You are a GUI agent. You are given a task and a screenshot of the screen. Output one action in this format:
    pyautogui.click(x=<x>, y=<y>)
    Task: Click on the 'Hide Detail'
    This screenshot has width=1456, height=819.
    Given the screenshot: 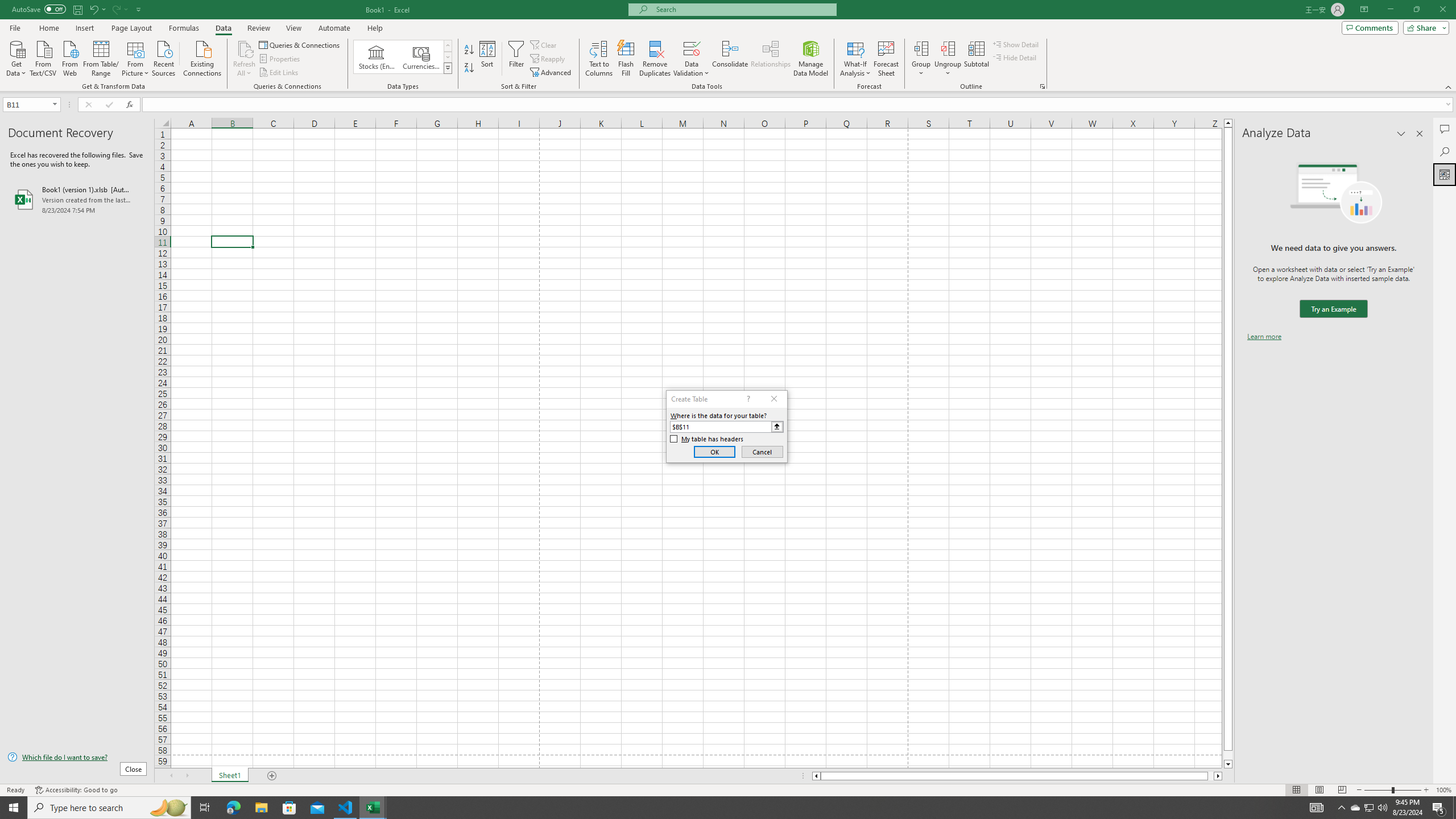 What is the action you would take?
    pyautogui.click(x=1015, y=56)
    